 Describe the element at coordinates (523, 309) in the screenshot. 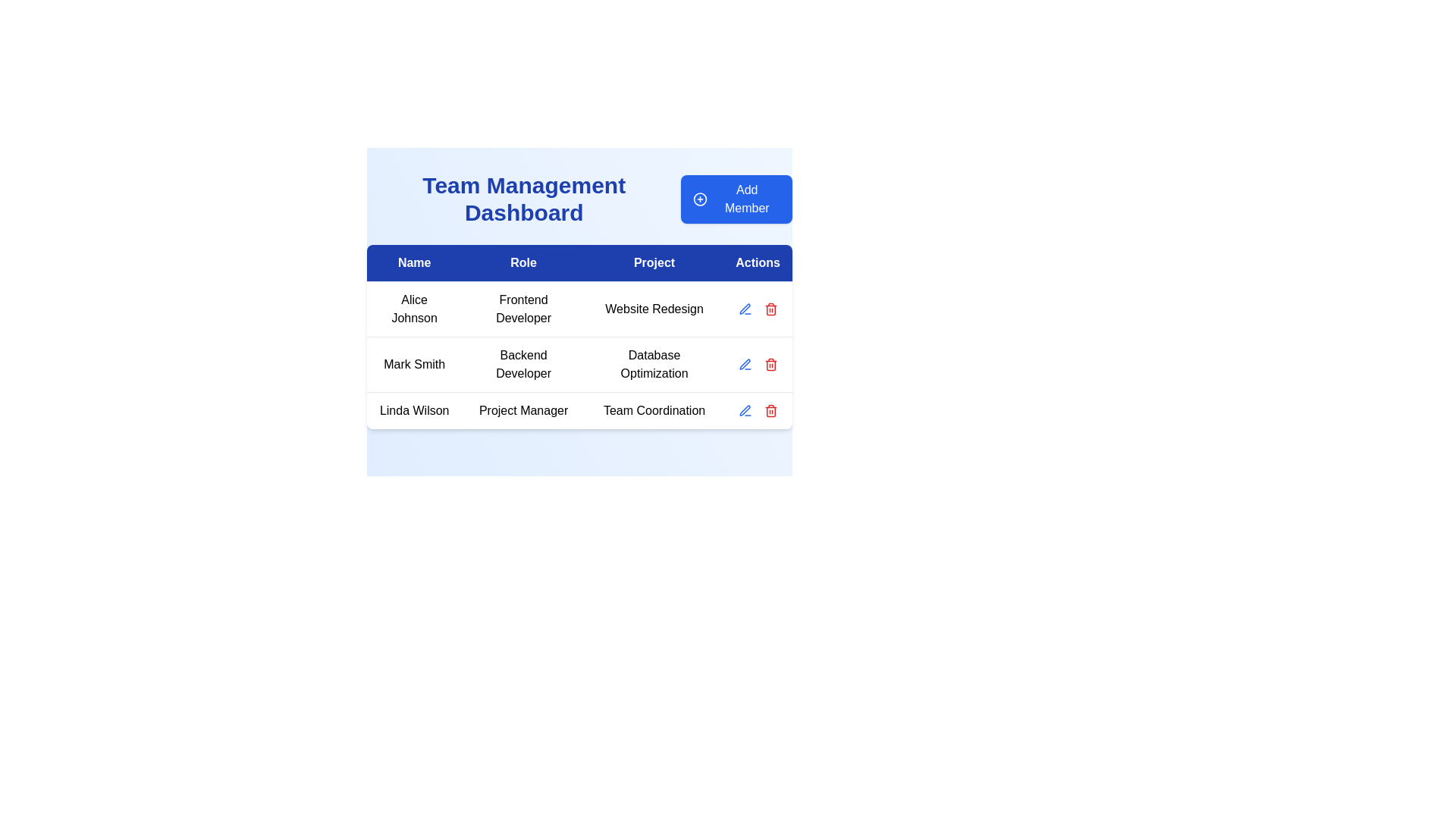

I see `the text label indicating 'Frontend Developer' in the second column of the first row under the 'Role' column heading` at that location.